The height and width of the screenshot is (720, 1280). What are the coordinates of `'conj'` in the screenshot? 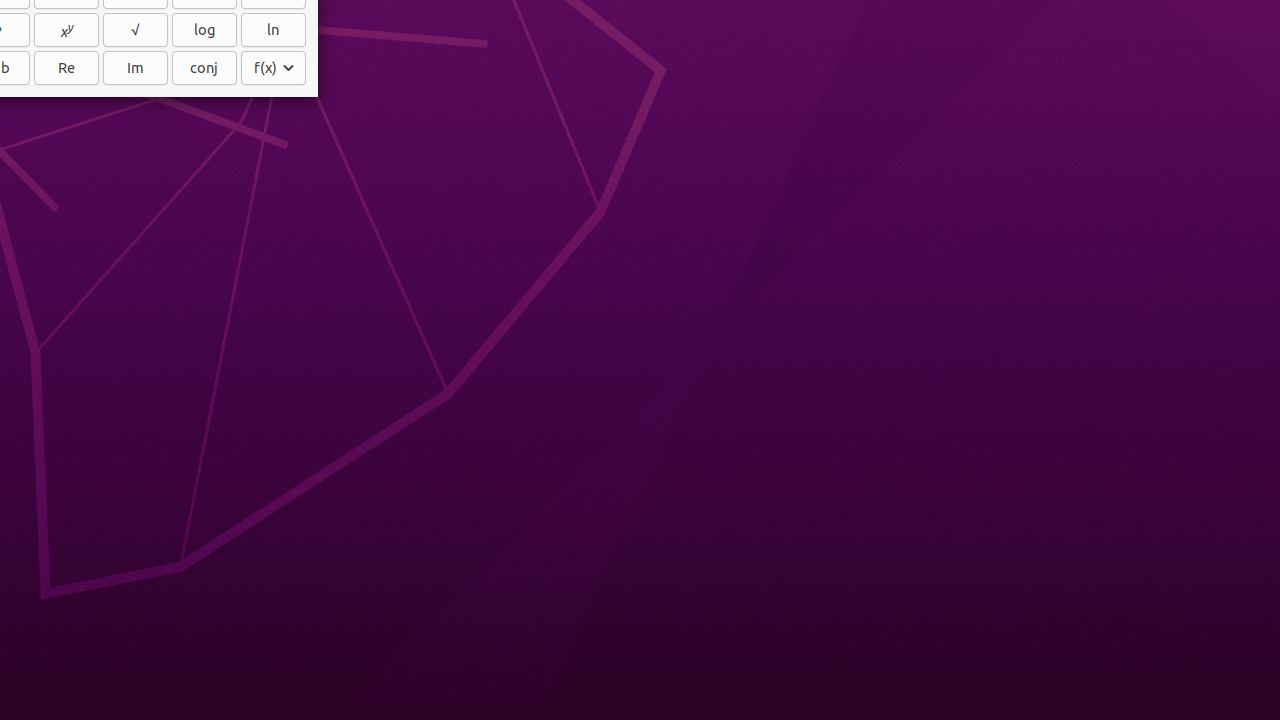 It's located at (204, 66).